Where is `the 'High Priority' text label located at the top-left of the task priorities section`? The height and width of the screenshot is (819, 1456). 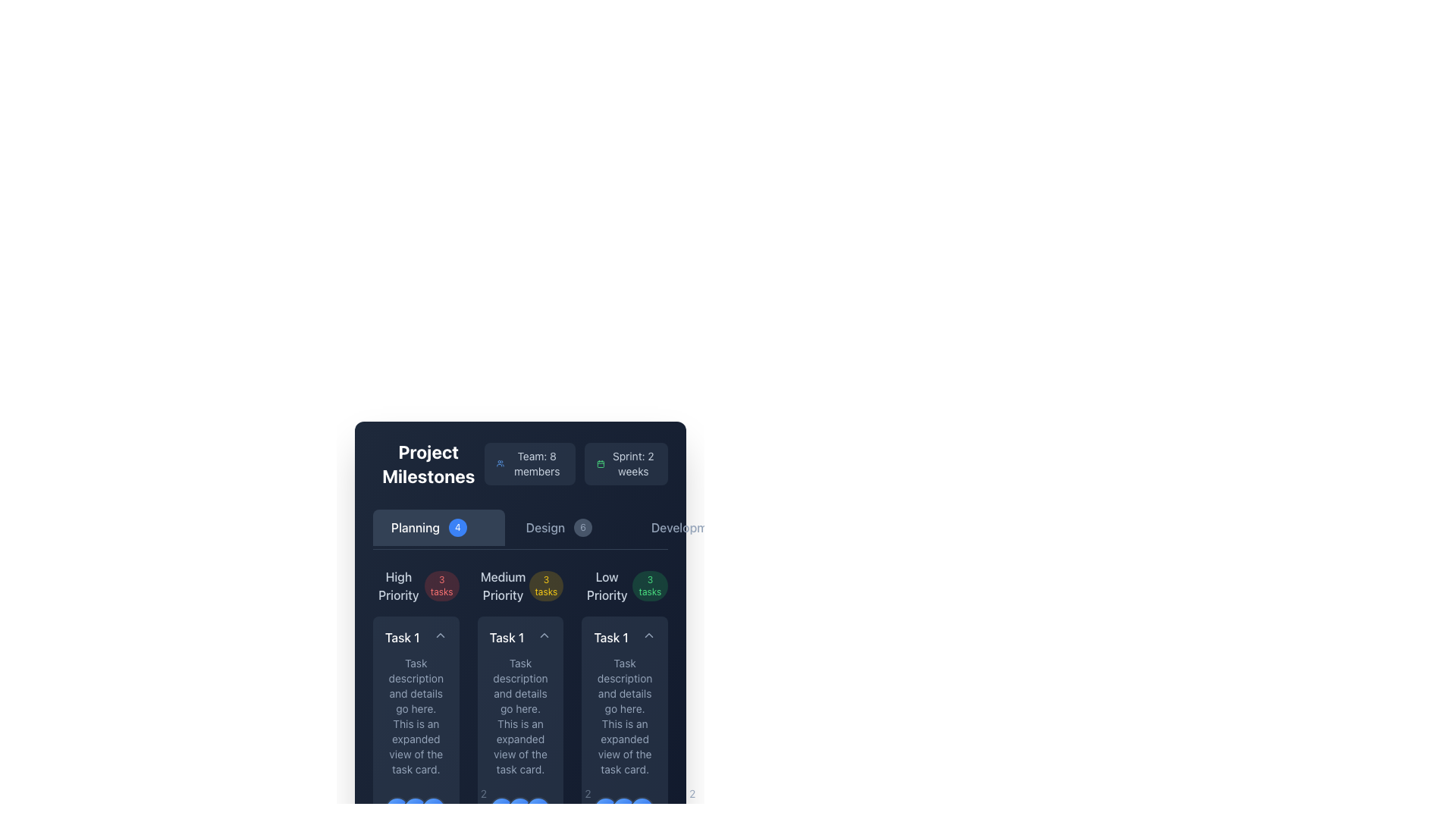
the 'High Priority' text label located at the top-left of the task priorities section is located at coordinates (398, 585).